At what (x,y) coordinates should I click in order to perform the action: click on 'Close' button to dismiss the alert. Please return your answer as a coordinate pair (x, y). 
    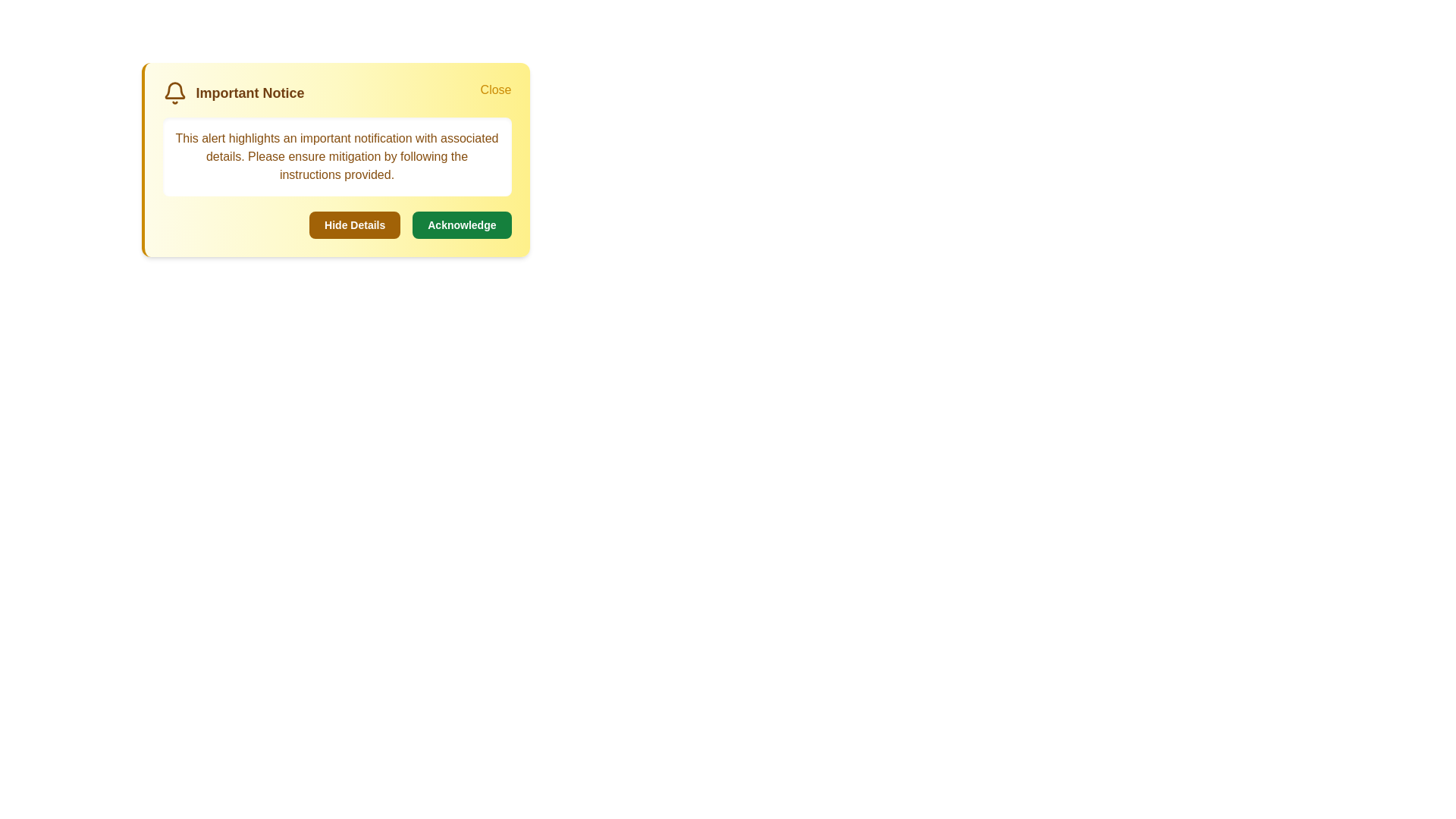
    Looking at the image, I should click on (495, 90).